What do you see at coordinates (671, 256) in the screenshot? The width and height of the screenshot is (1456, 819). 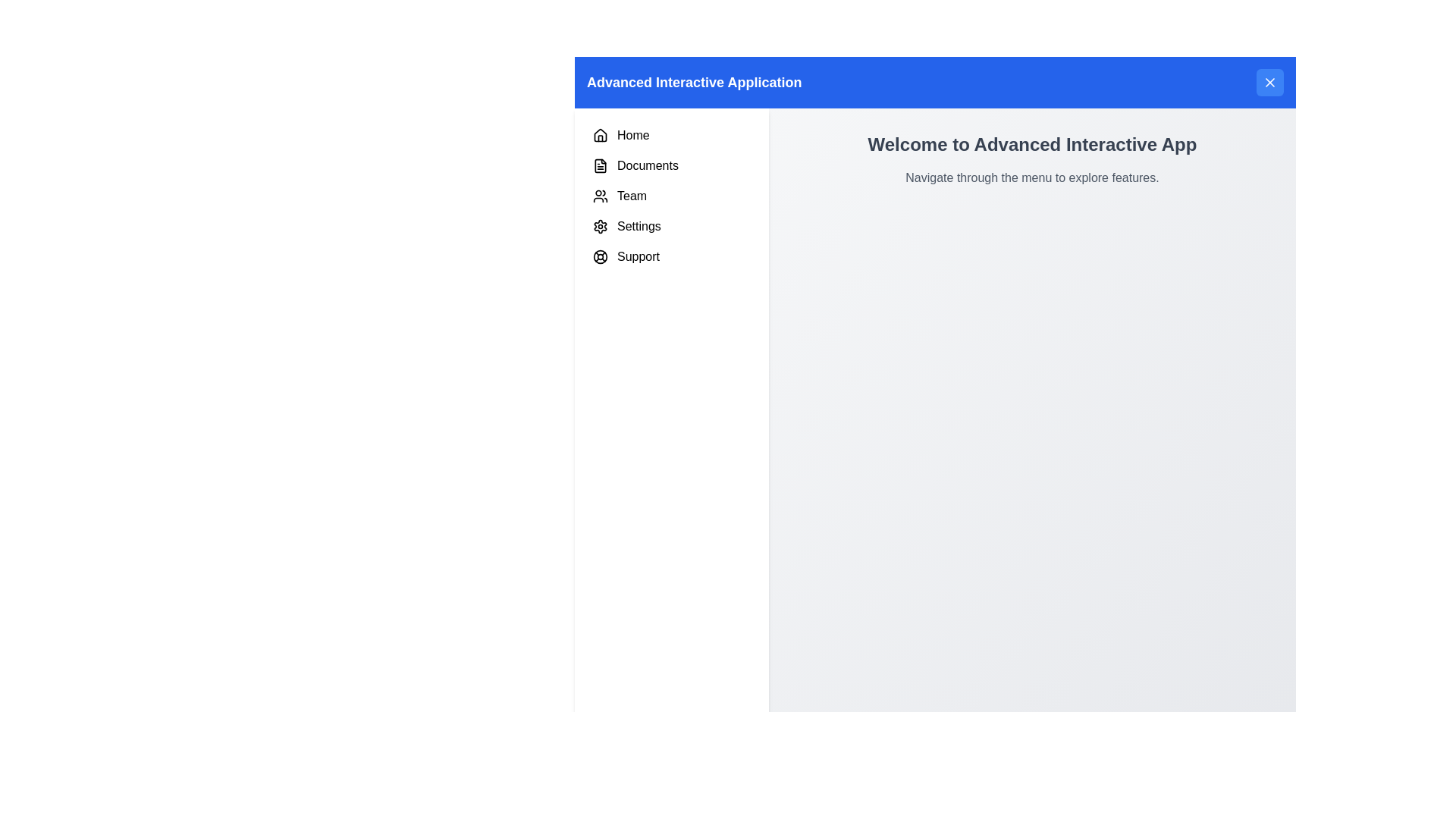 I see `the 'Support' menu item, which is the fifth option in the vertical menu on the left side` at bounding box center [671, 256].